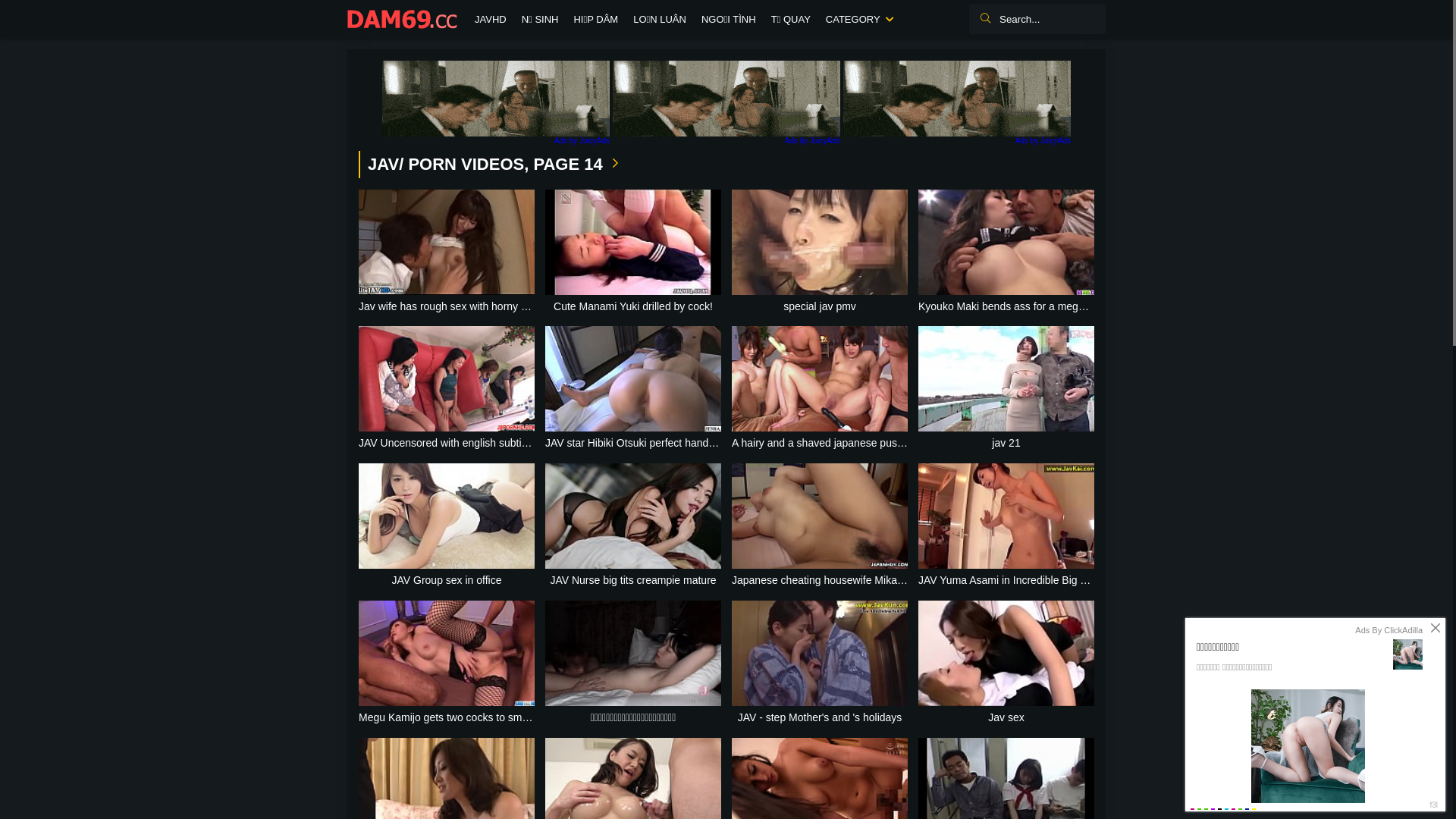 Image resolution: width=1456 pixels, height=819 pixels. I want to click on 'JAV Yuma Asami in Incredible Big Tits, Cunnilingus JAV movie', so click(1006, 526).